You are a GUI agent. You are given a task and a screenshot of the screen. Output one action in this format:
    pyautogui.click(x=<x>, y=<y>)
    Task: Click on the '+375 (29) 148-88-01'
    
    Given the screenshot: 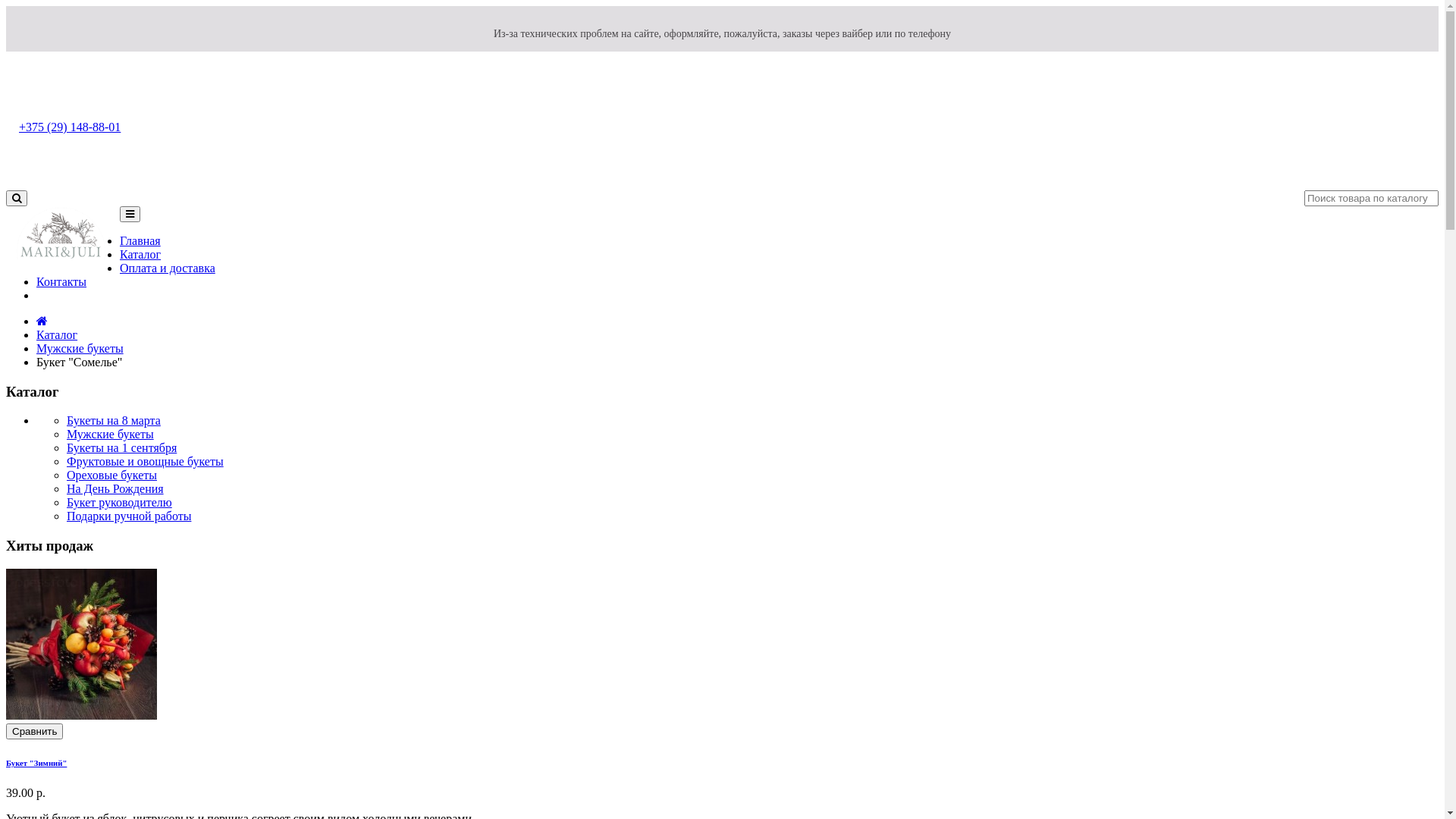 What is the action you would take?
    pyautogui.click(x=68, y=126)
    